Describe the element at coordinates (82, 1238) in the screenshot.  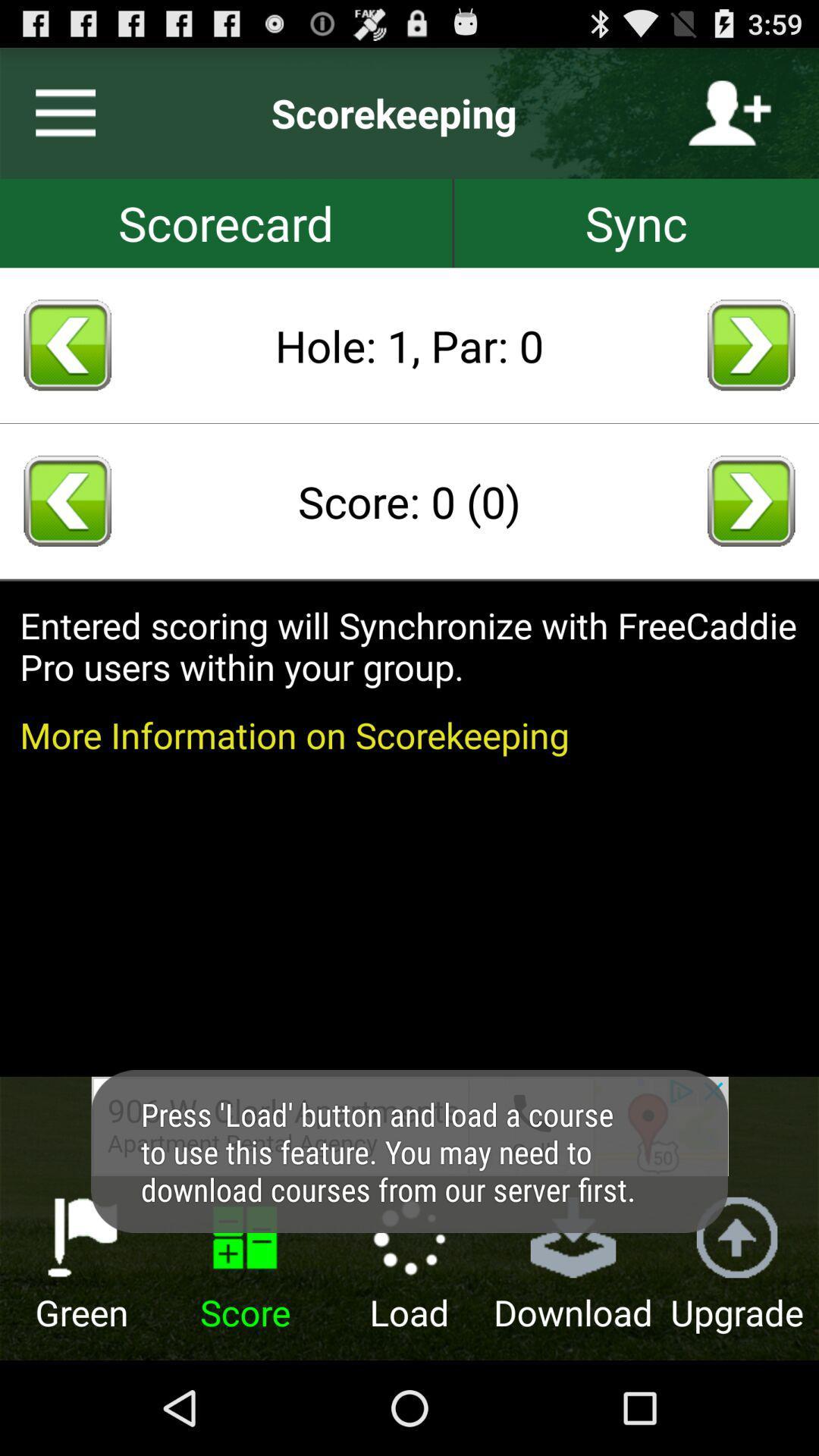
I see `the white colored icon above the text green` at that location.